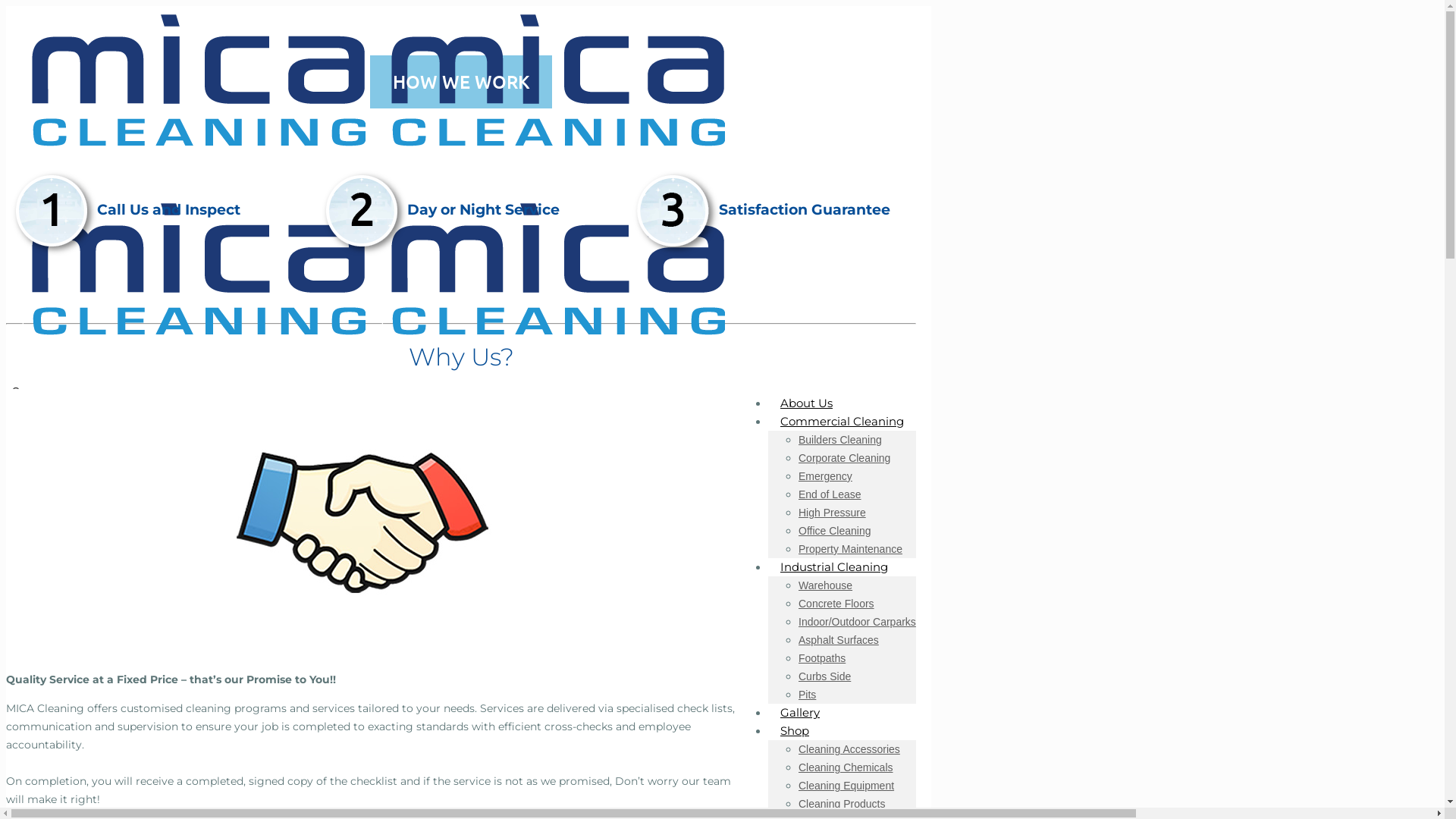 The width and height of the screenshot is (1456, 819). What do you see at coordinates (793, 730) in the screenshot?
I see `'Shop'` at bounding box center [793, 730].